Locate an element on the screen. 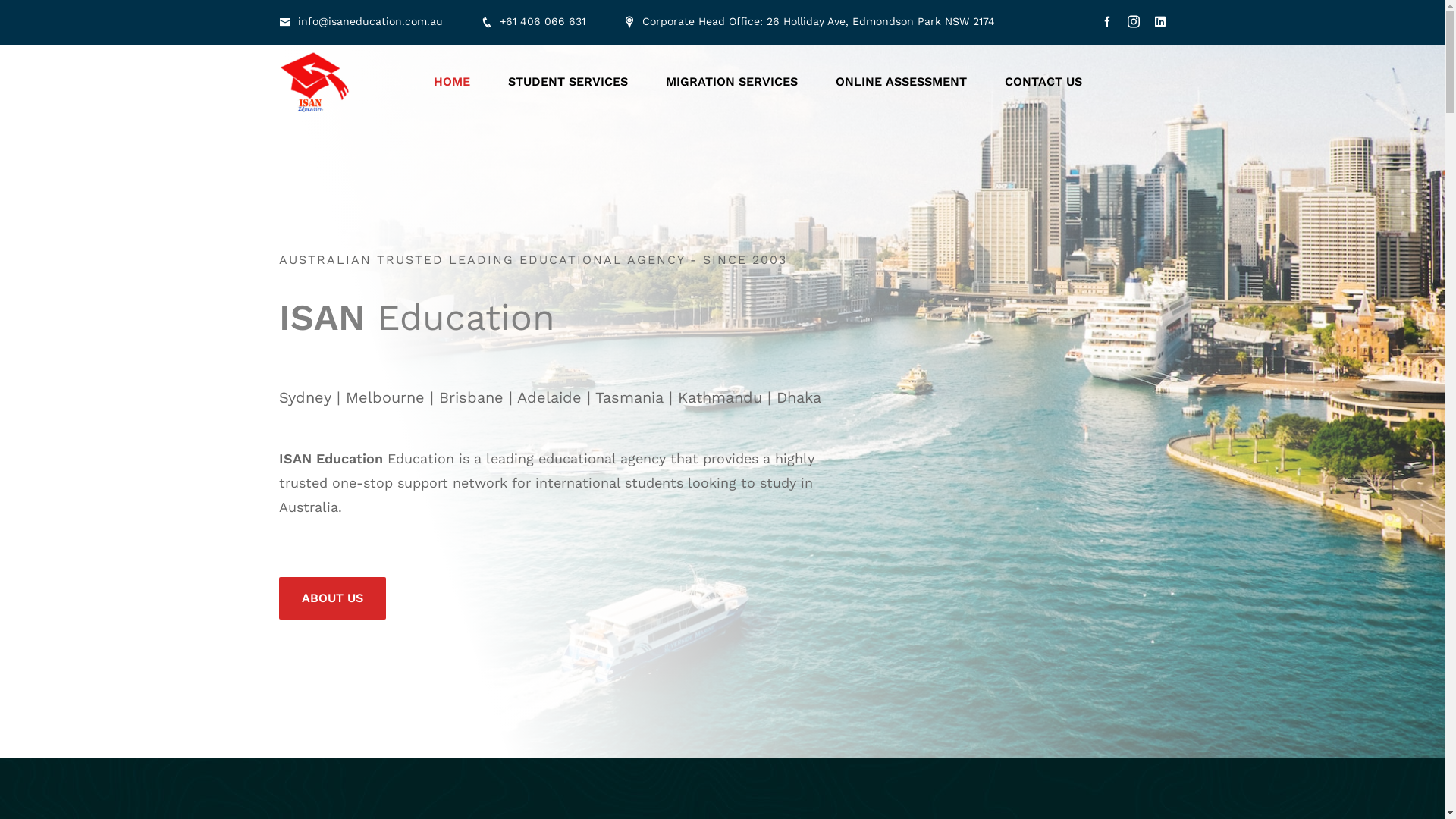  'HOME' is located at coordinates (450, 82).